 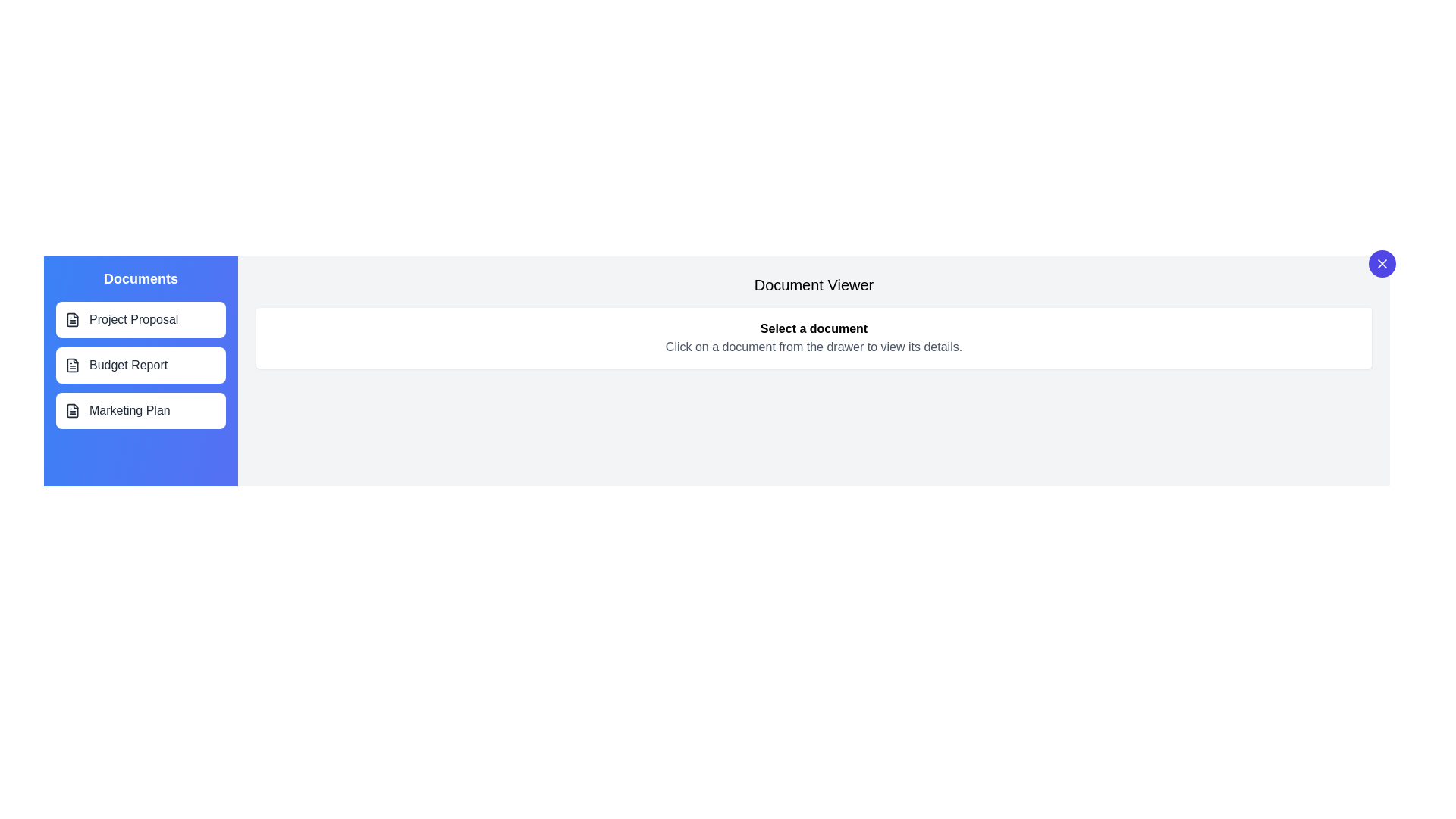 What do you see at coordinates (141, 411) in the screenshot?
I see `the document title Marketing Plan to highlight it` at bounding box center [141, 411].